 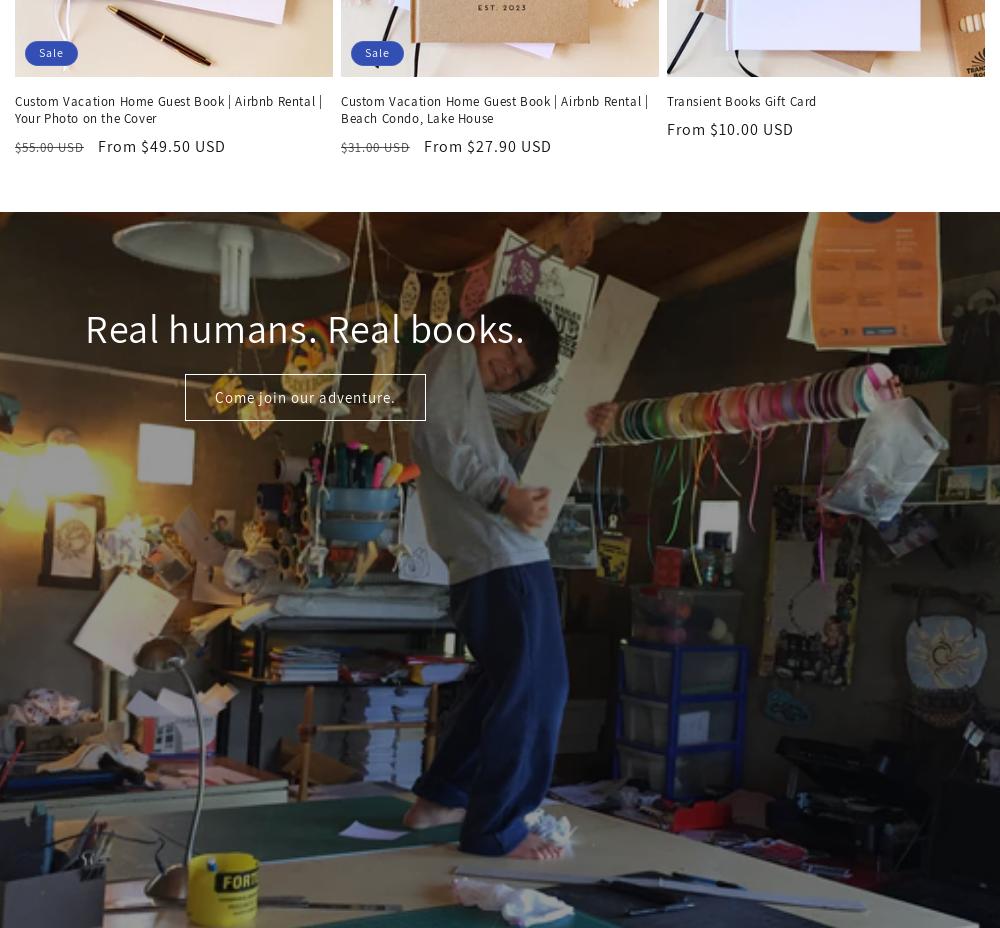 What do you see at coordinates (213, 396) in the screenshot?
I see `'Come join our adventure.'` at bounding box center [213, 396].